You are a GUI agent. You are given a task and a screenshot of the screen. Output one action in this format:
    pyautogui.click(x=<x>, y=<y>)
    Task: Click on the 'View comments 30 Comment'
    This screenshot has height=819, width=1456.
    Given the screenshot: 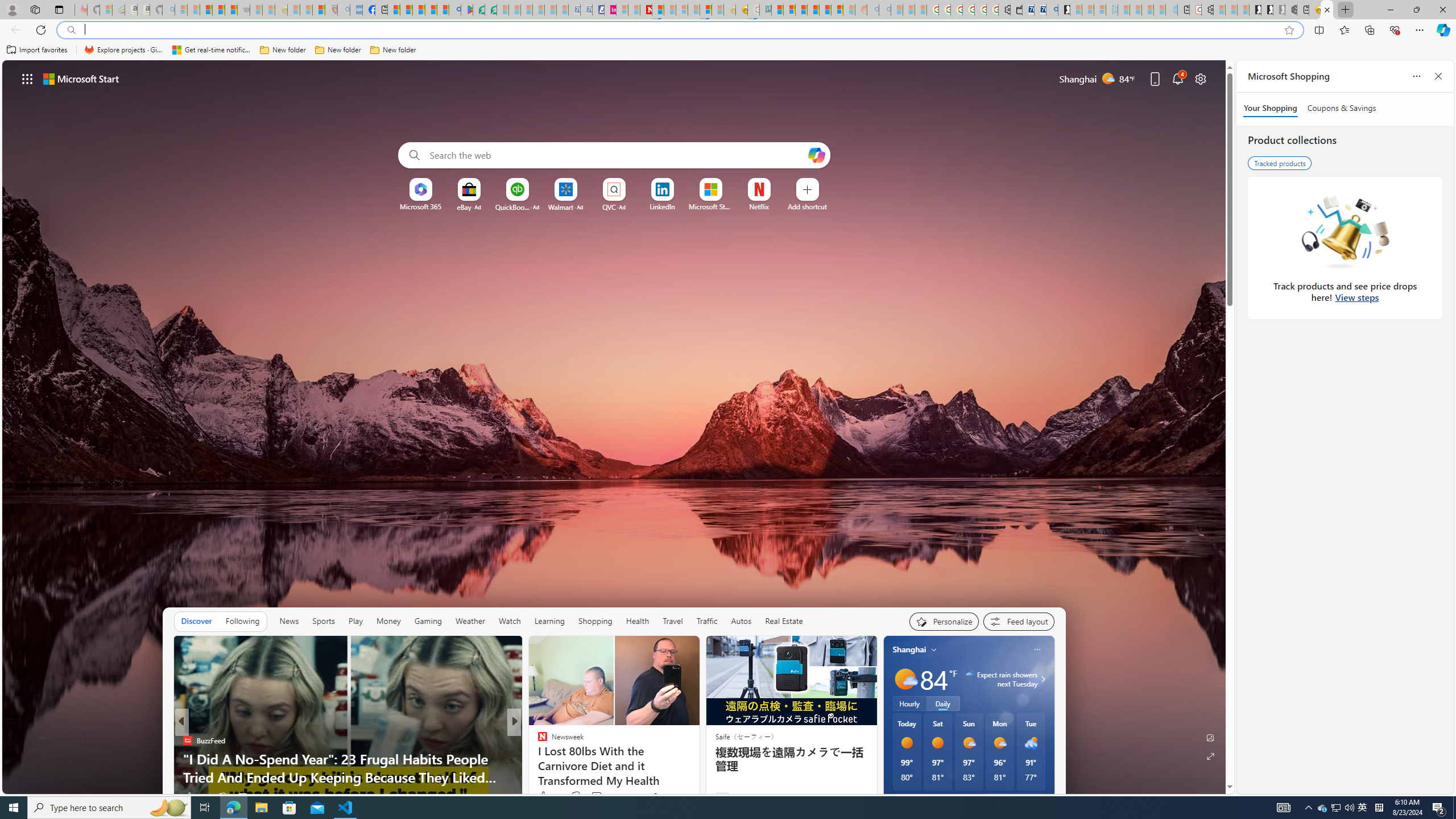 What is the action you would take?
    pyautogui.click(x=591, y=797)
    